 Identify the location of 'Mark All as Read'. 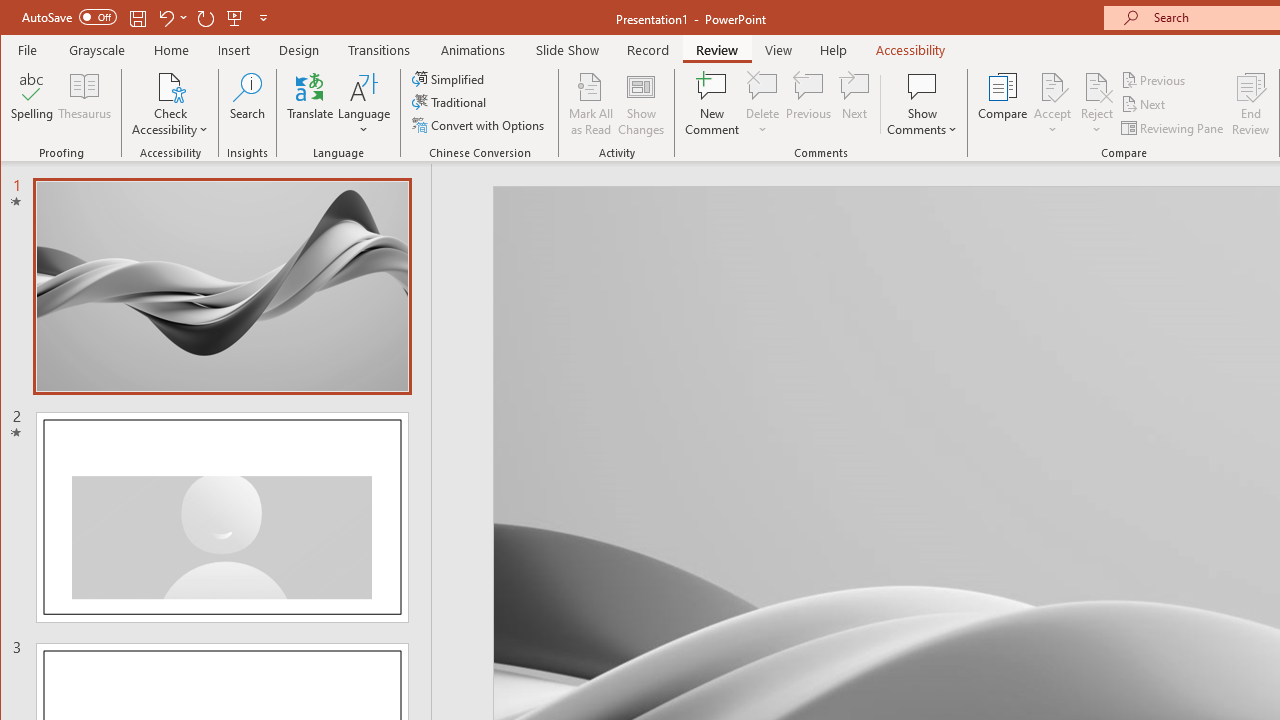
(590, 104).